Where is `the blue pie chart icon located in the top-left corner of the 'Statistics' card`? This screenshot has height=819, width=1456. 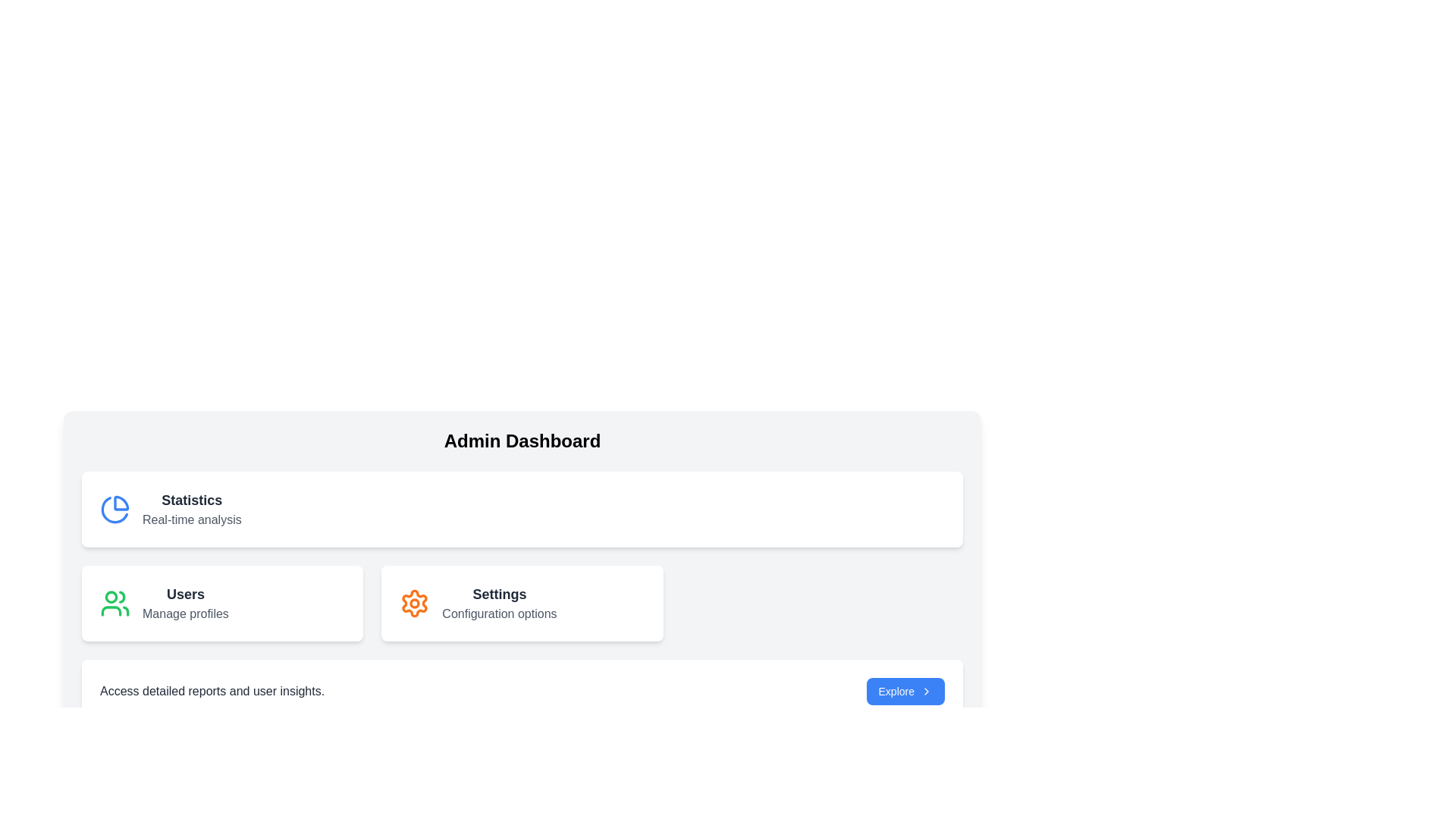 the blue pie chart icon located in the top-left corner of the 'Statistics' card is located at coordinates (115, 509).